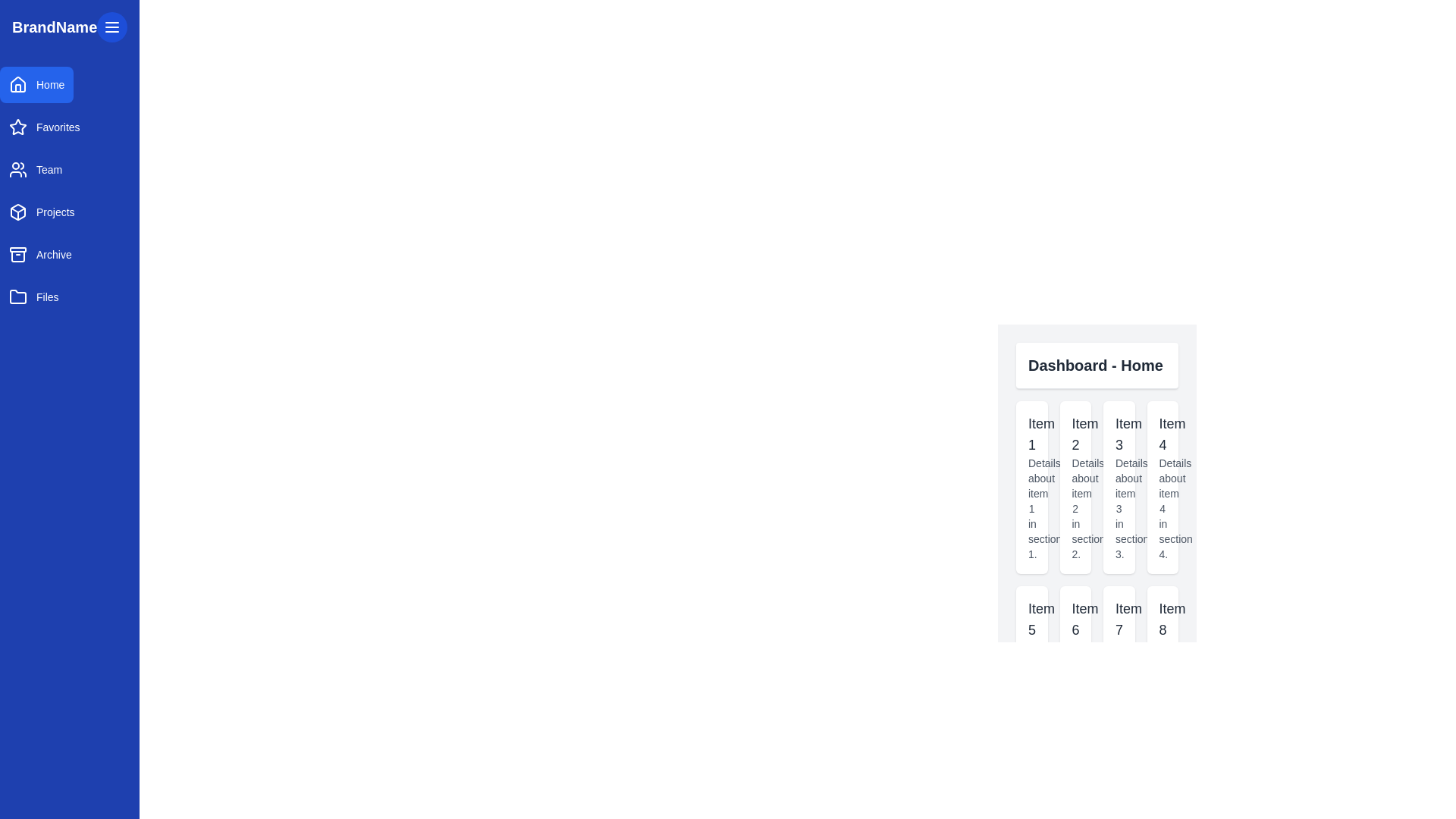 The image size is (1456, 819). I want to click on the 'Favorites' Text Label in the vertical side navigation bar, so click(58, 127).